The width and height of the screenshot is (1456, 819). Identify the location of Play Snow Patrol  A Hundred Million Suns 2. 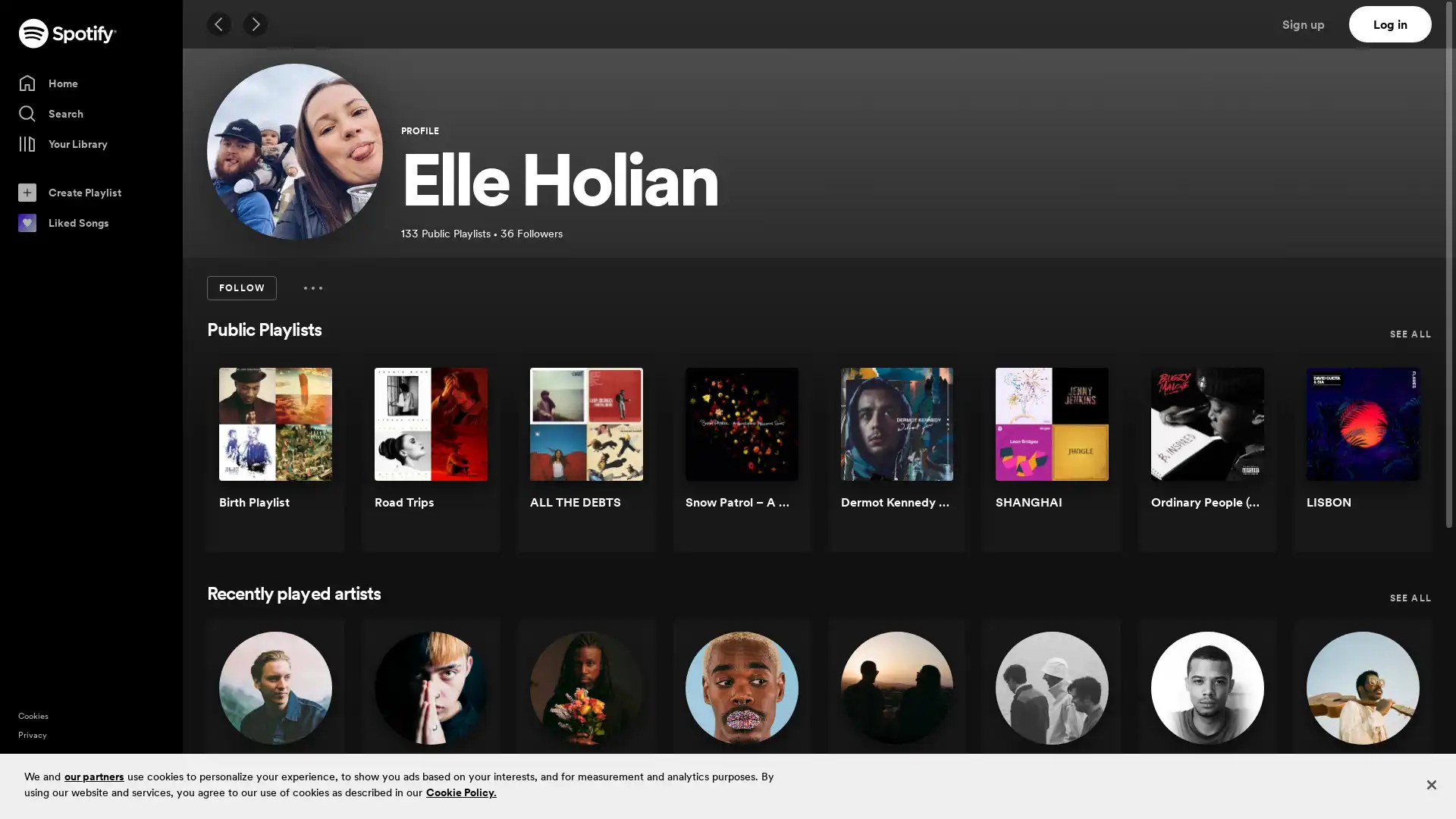
(773, 461).